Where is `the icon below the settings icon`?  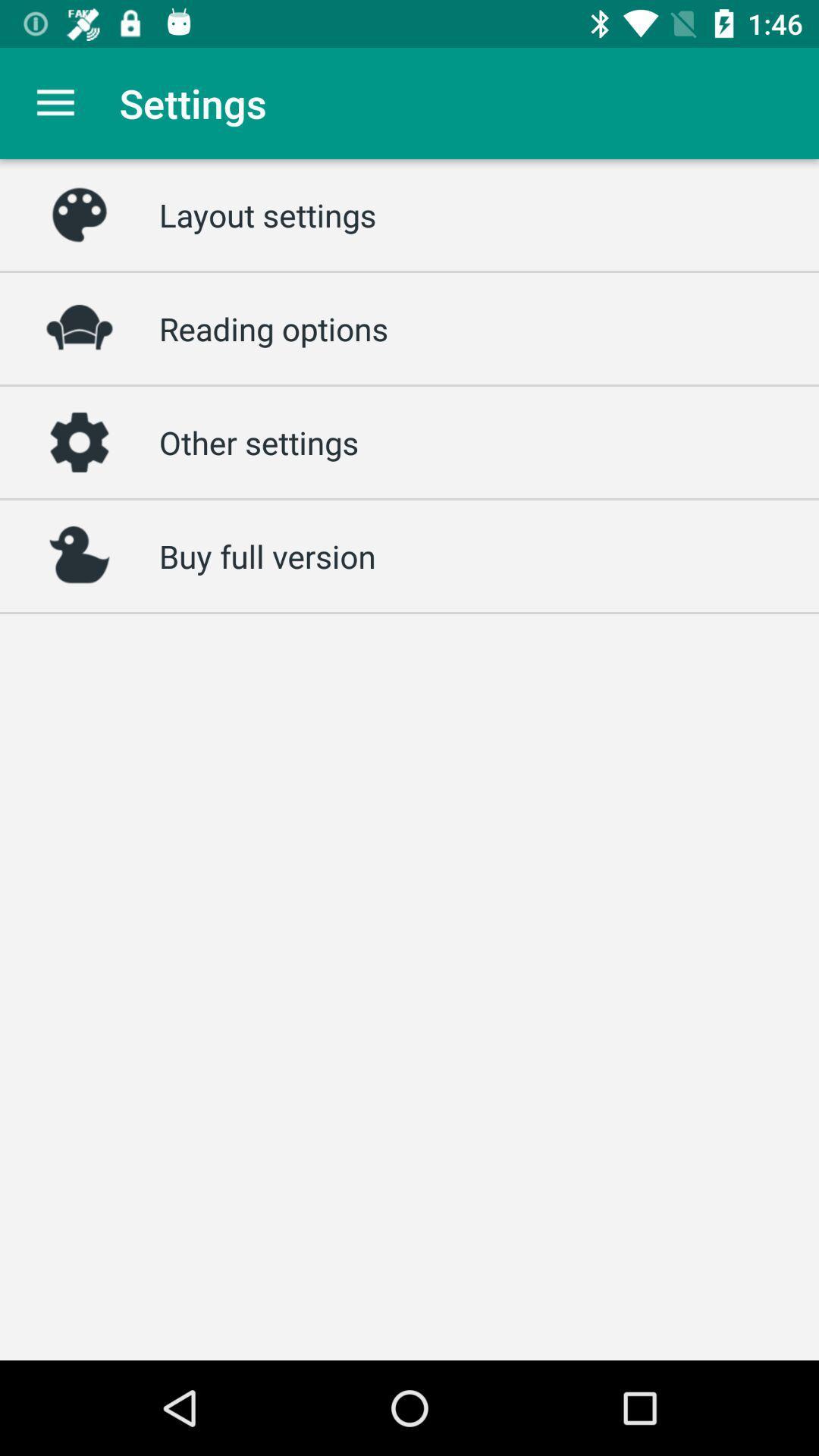
the icon below the settings icon is located at coordinates (267, 214).